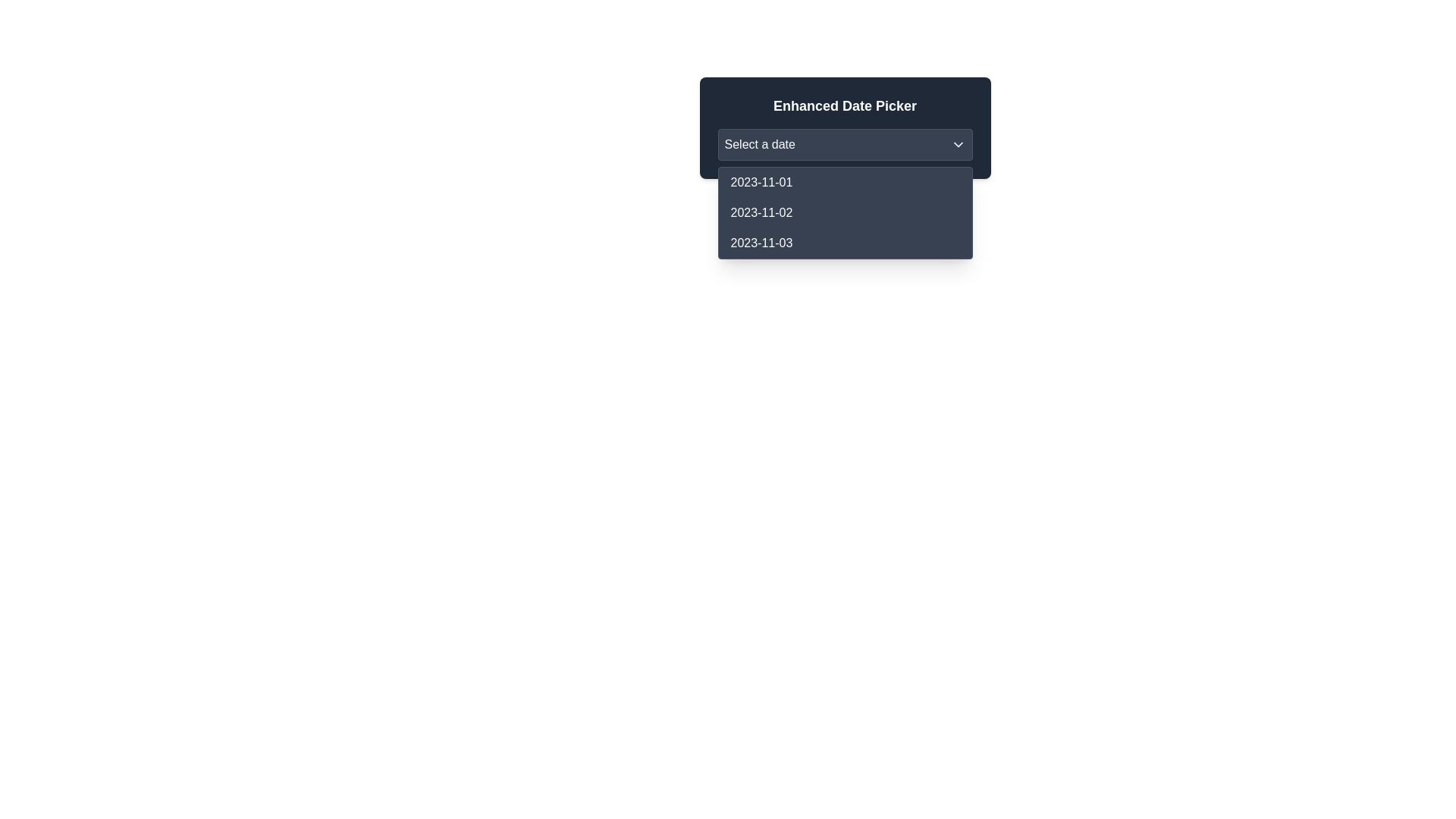 This screenshot has width=1456, height=819. What do you see at coordinates (957, 145) in the screenshot?
I see `the SVG icon located to the far right of the 'Select a date' dropdown menu` at bounding box center [957, 145].